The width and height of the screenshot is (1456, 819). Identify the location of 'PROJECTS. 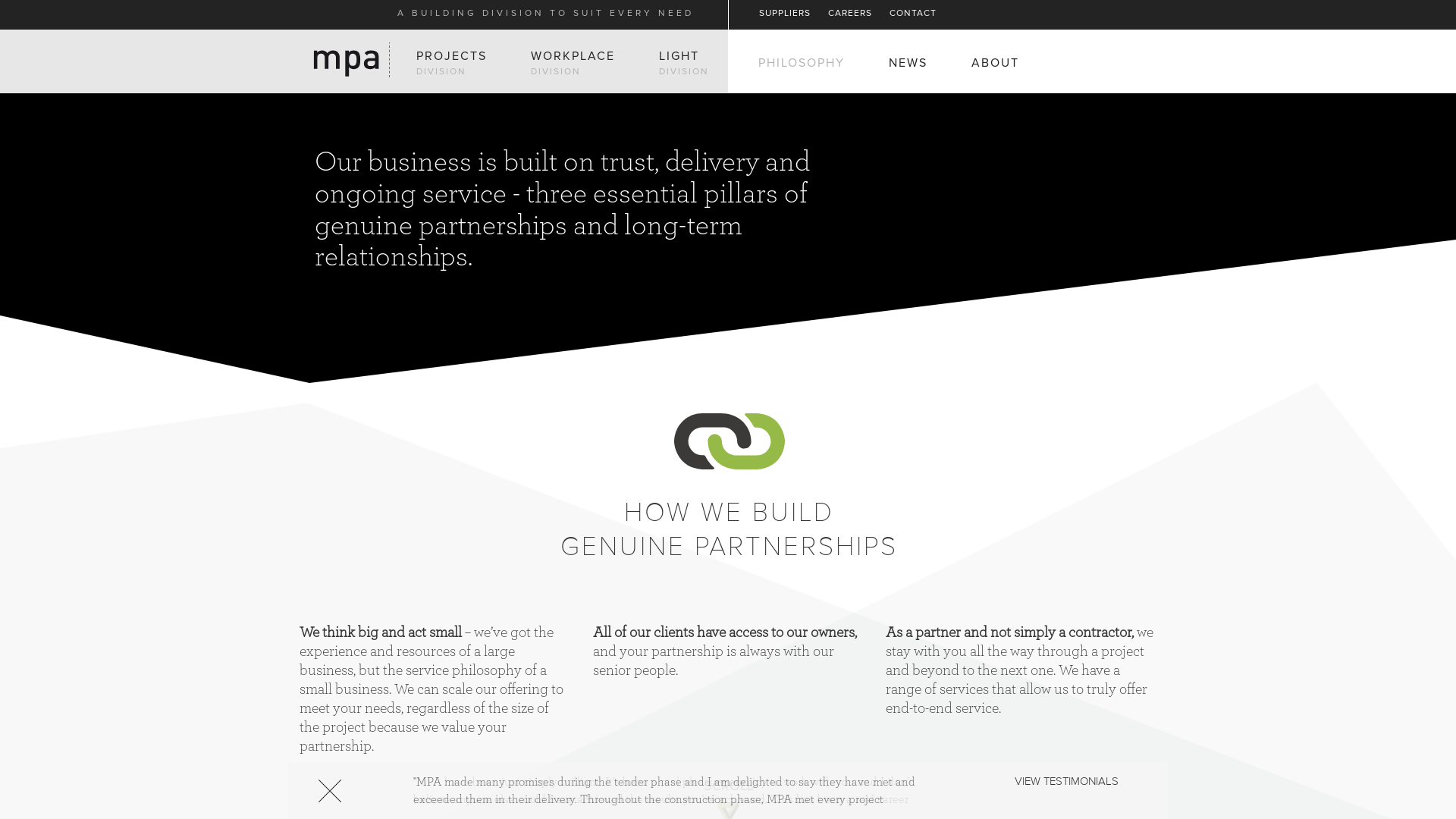
(450, 62).